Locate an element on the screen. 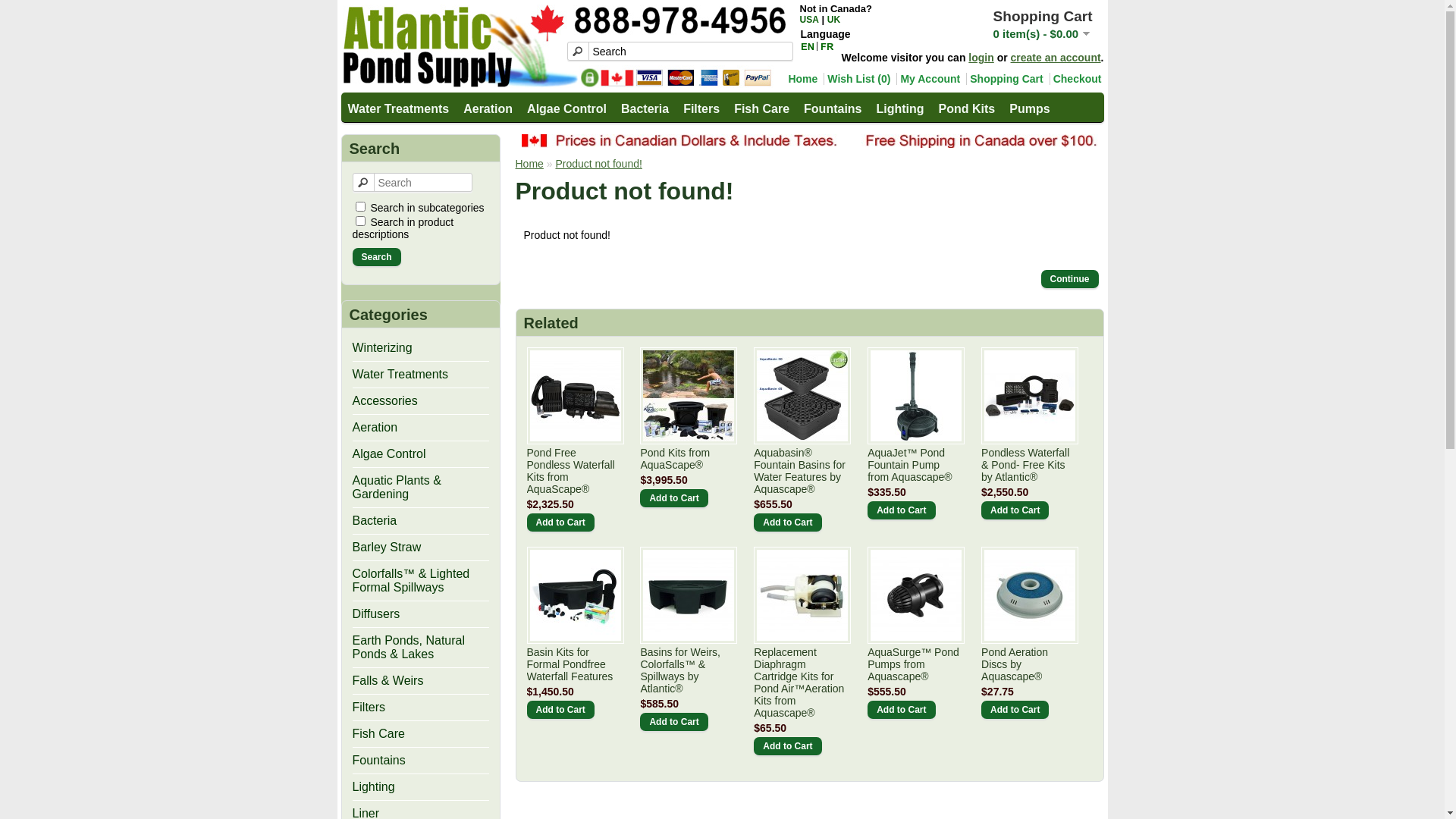 The width and height of the screenshot is (1456, 819). 'Pumps' is located at coordinates (1003, 106).